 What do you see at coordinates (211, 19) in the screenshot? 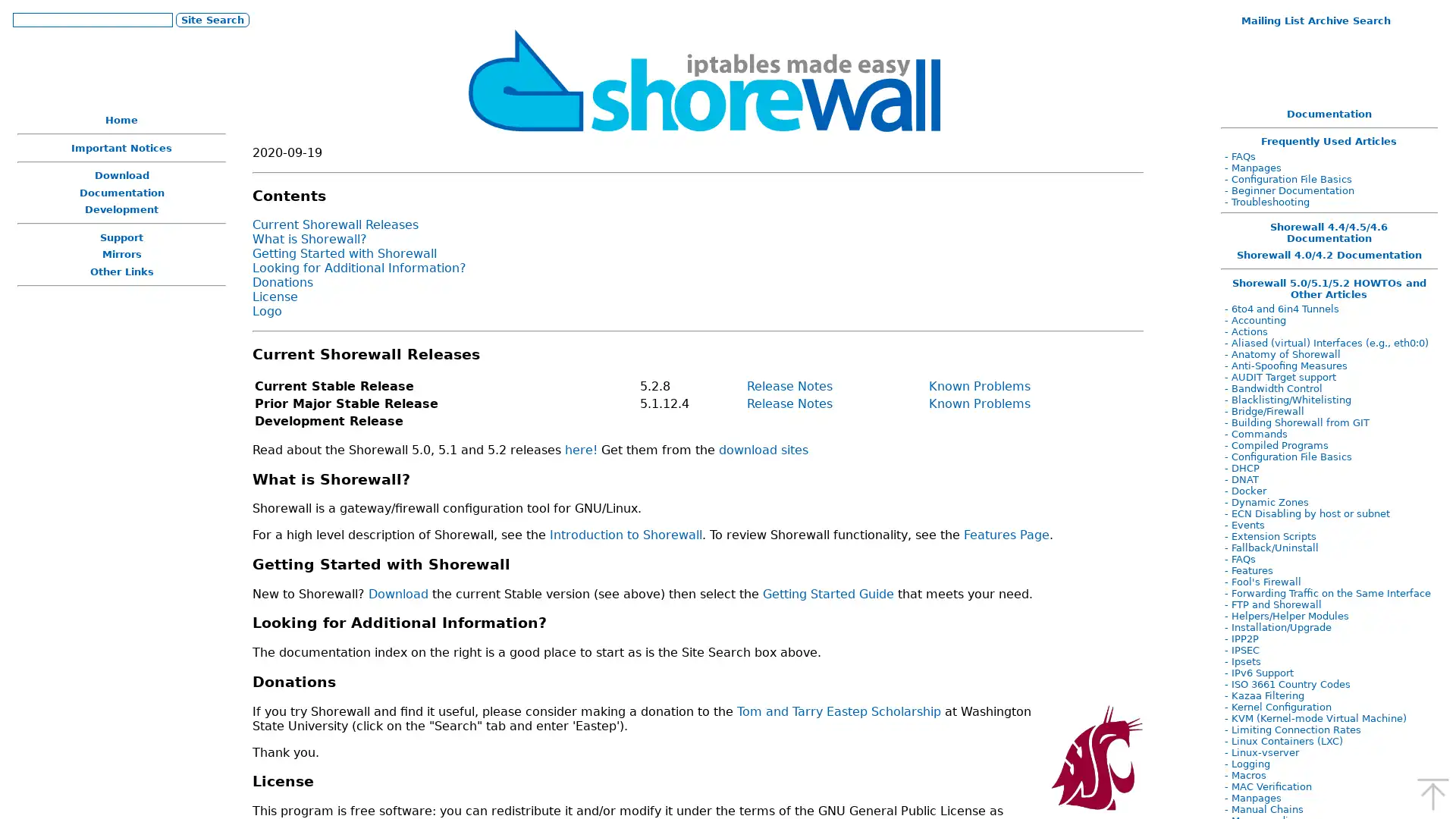
I see `Site Search` at bounding box center [211, 19].